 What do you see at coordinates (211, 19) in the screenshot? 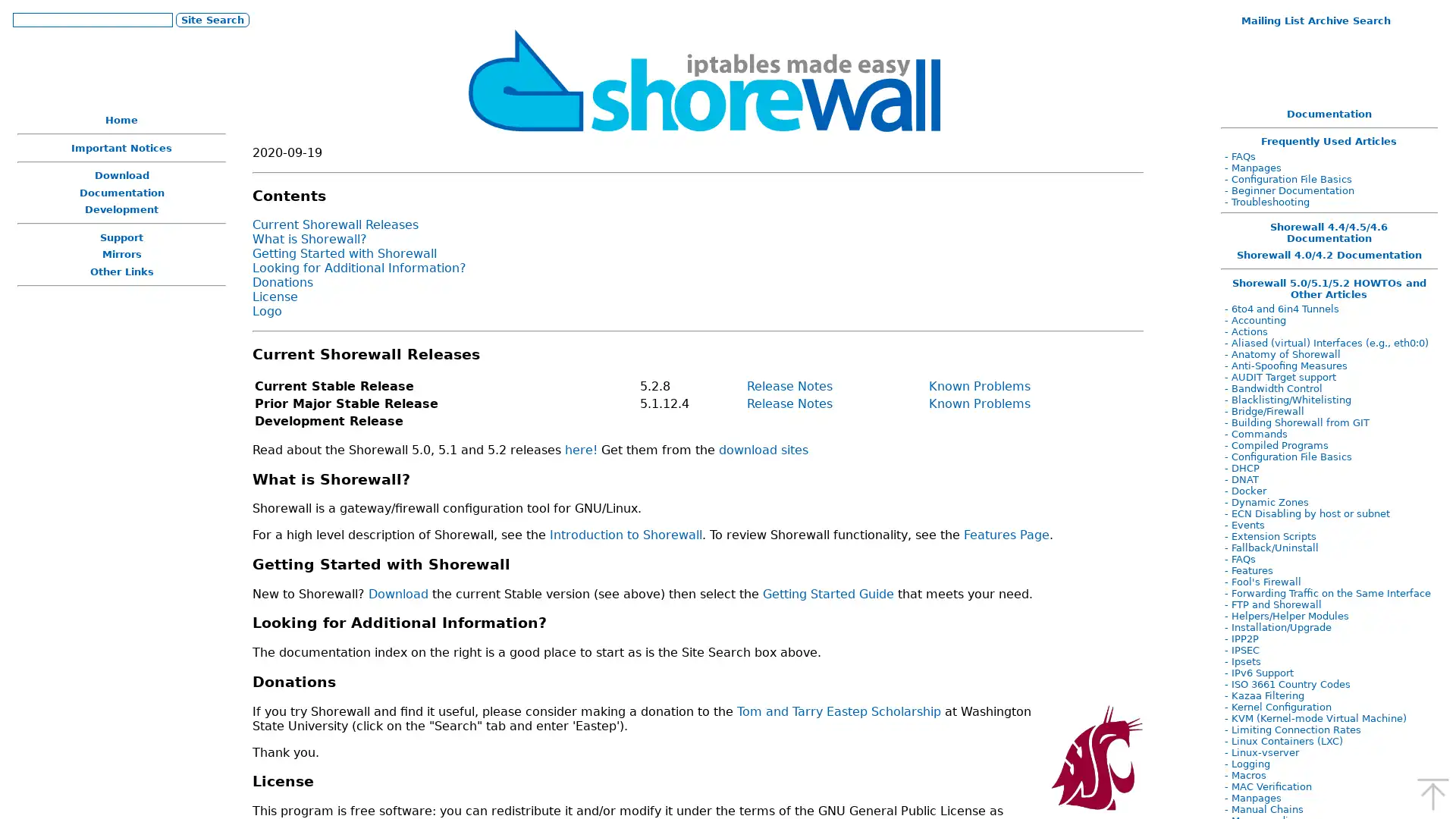
I see `Site Search` at bounding box center [211, 19].